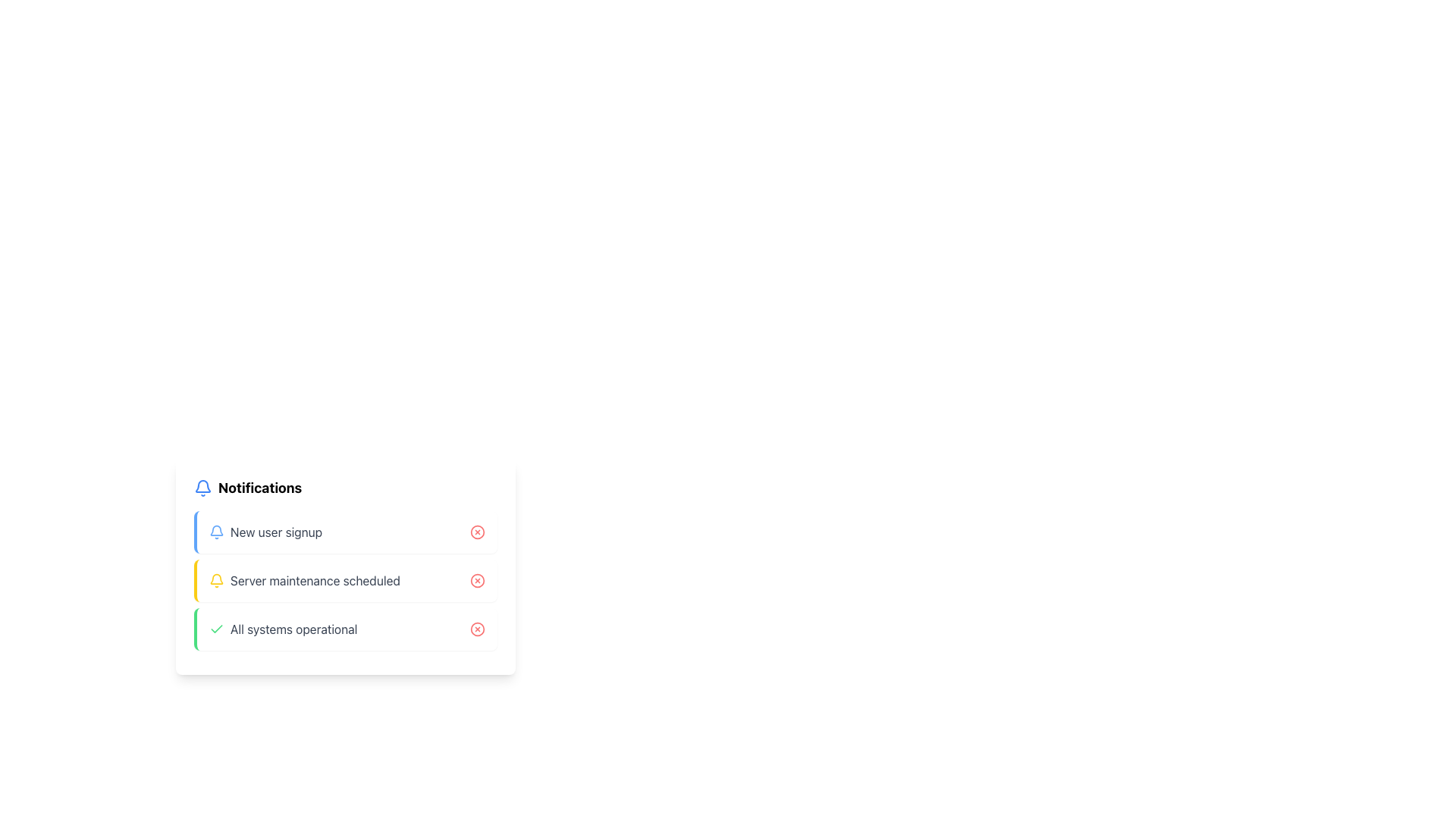  I want to click on the circular button located at the far-right side of the third notification entry titled 'All systems operational', so click(476, 629).